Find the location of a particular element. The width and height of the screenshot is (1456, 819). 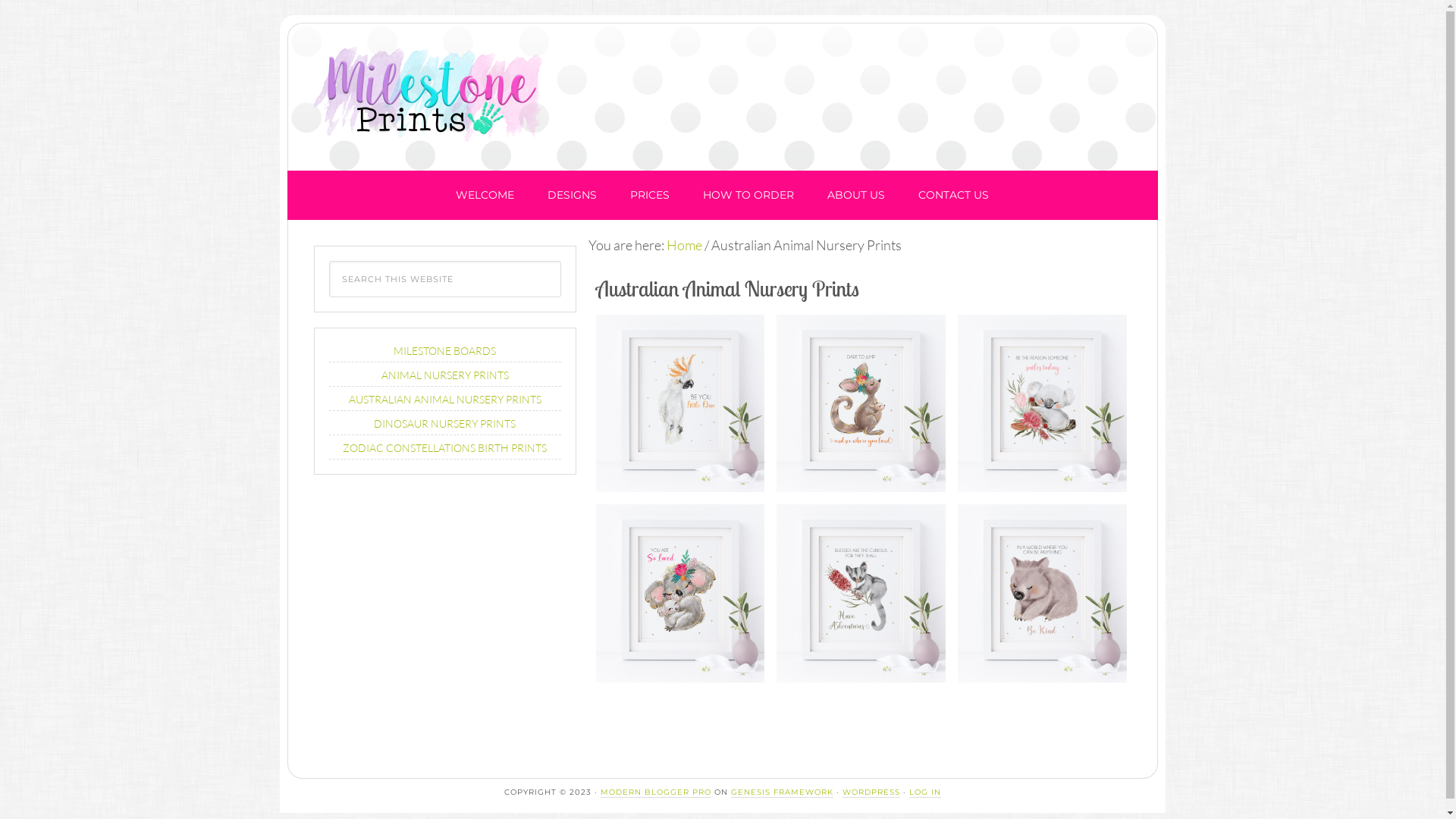

'ZODIAC CONSTELLATIONS BIRTH PRINTS' is located at coordinates (444, 447).